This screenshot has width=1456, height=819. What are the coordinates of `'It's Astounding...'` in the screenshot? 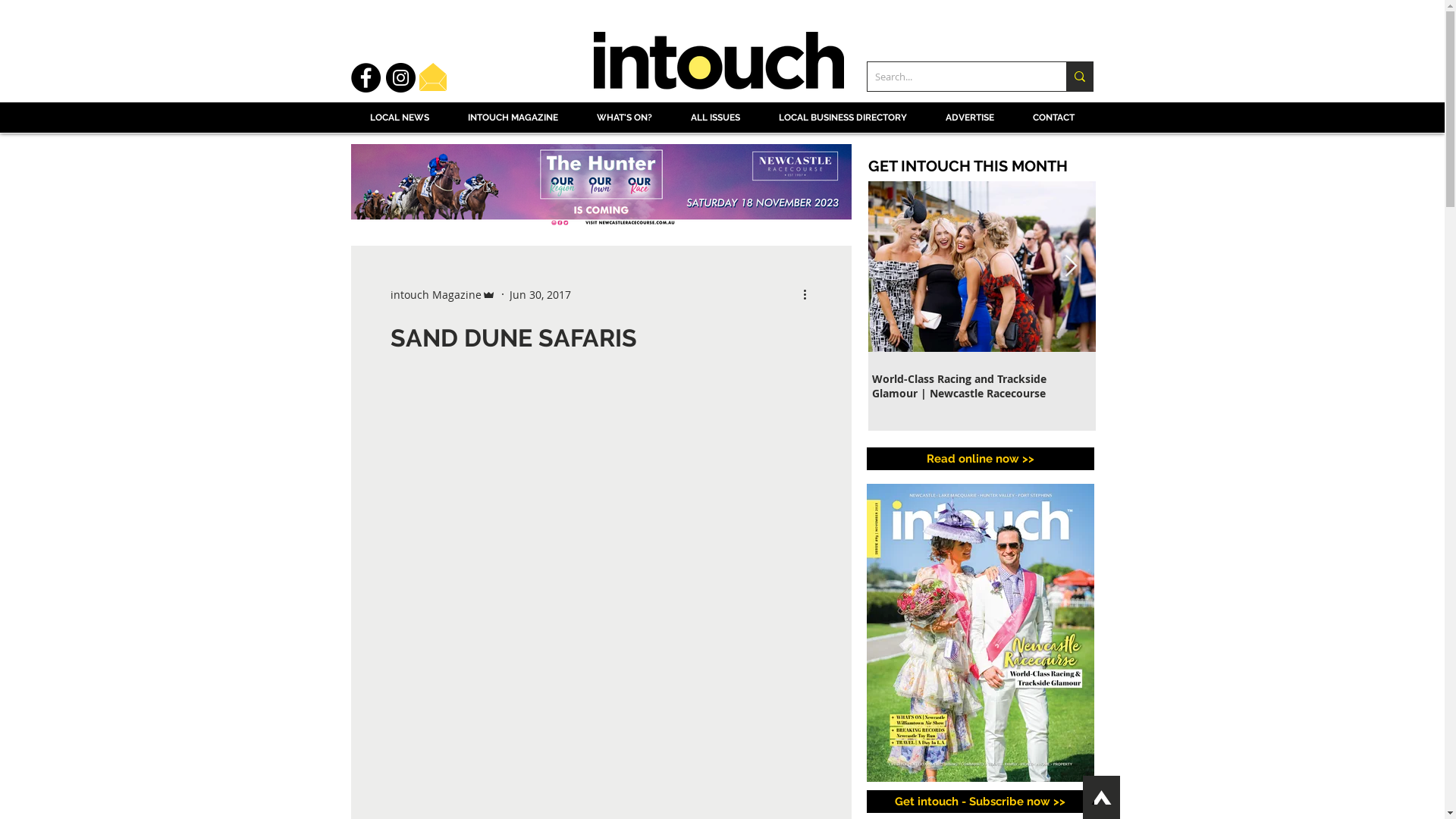 It's located at (1208, 376).